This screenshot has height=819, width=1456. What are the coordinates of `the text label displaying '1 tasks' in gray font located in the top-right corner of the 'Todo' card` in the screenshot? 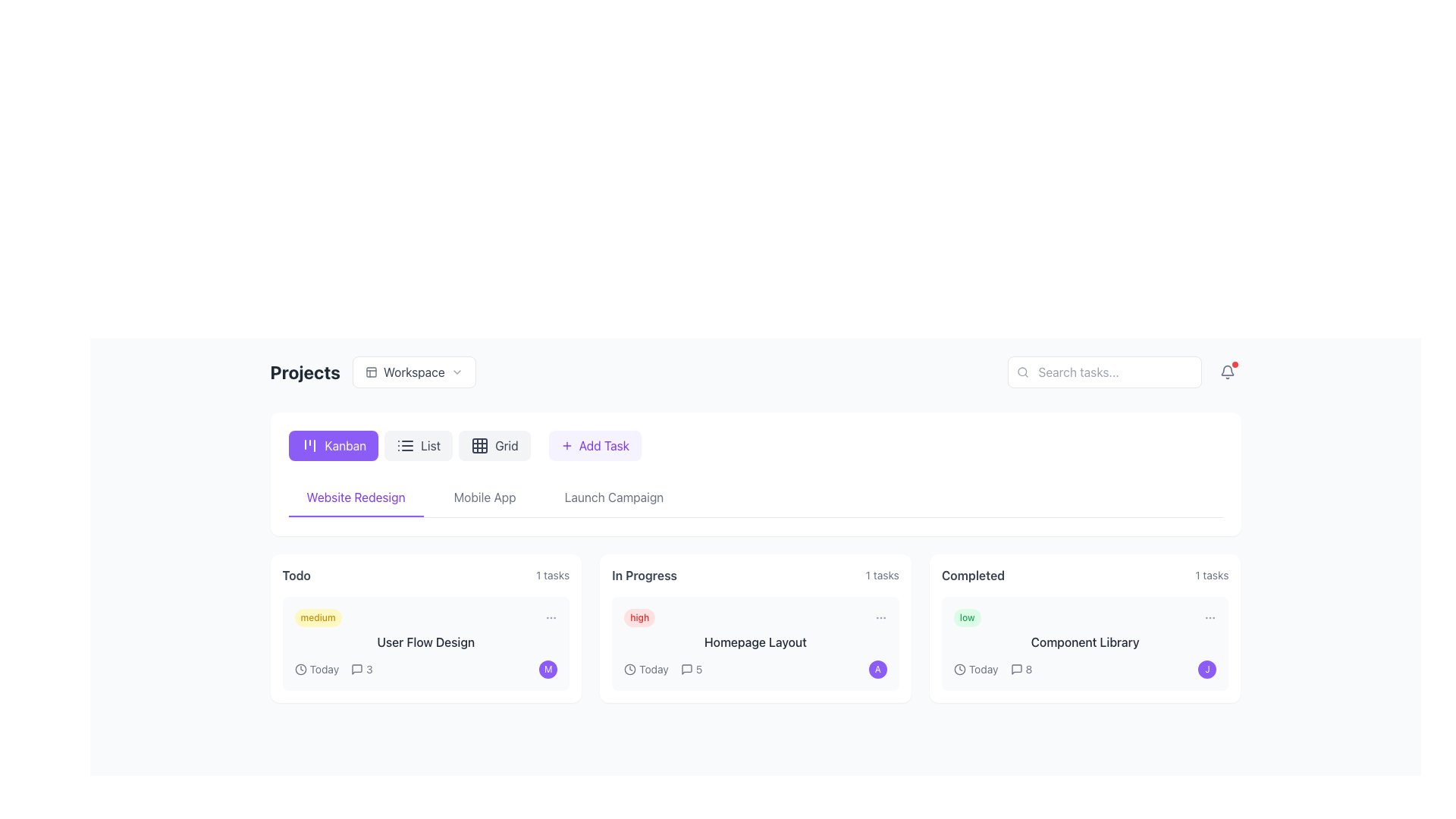 It's located at (552, 576).